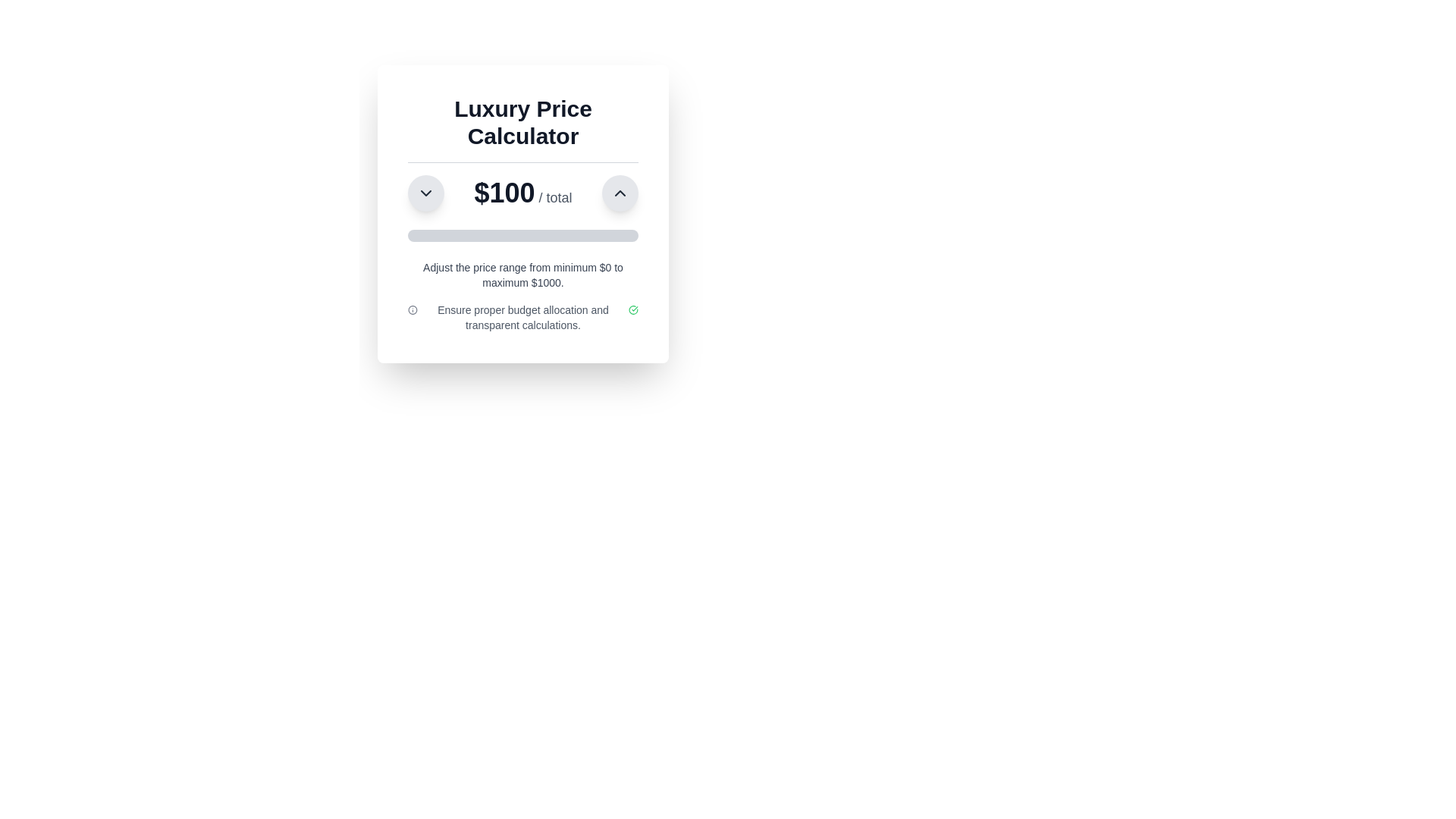 This screenshot has width=1456, height=819. I want to click on the static text that provides instructions about the price range adjustment functionality of the Luxury Price Calculator, located below the progress bar and above the line starting with 'Ensure proper budget allocation', so click(523, 275).